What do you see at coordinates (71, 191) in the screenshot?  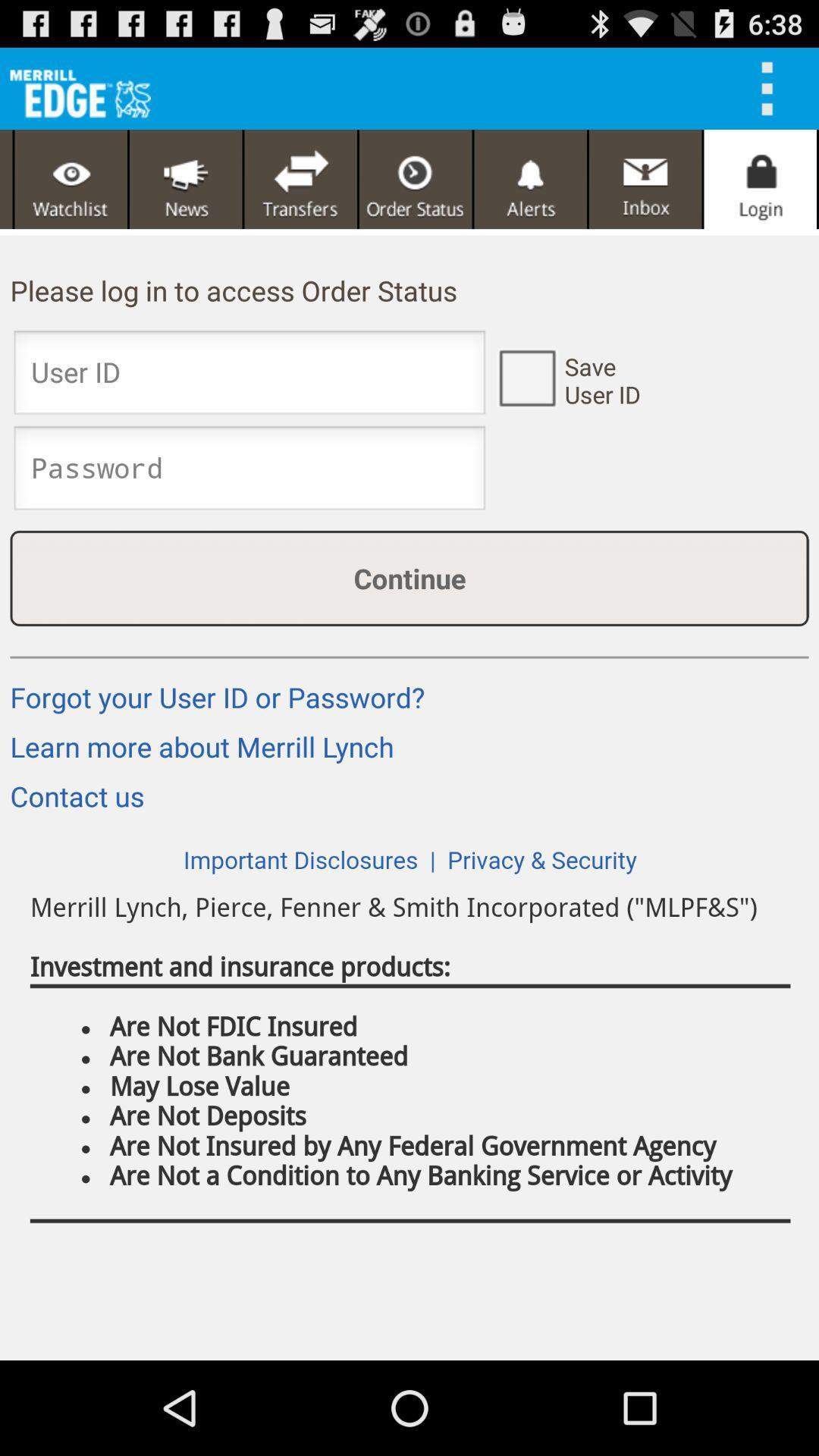 I see `the visibility icon` at bounding box center [71, 191].